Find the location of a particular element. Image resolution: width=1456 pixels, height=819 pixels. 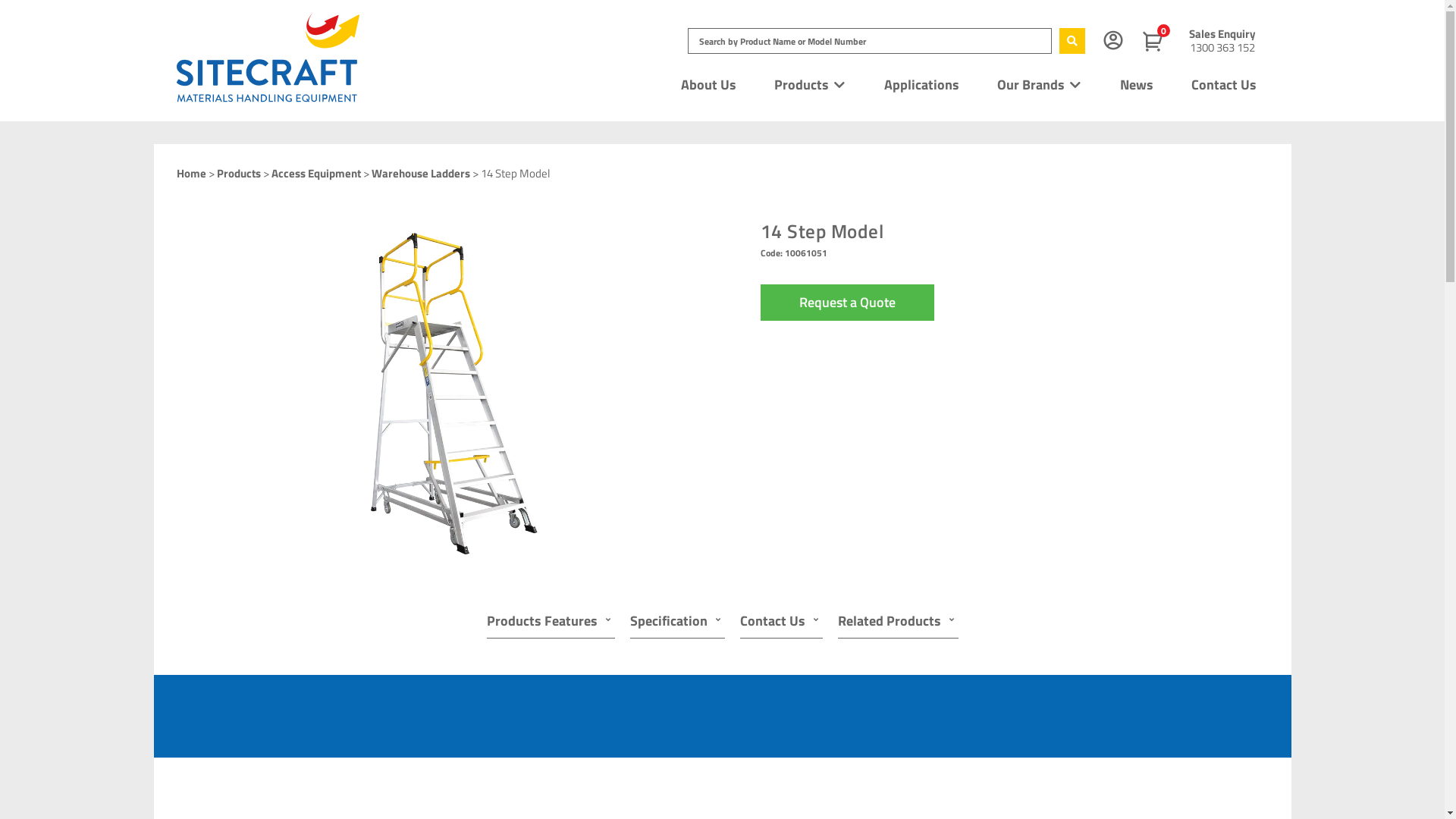

'Products' is located at coordinates (238, 172).